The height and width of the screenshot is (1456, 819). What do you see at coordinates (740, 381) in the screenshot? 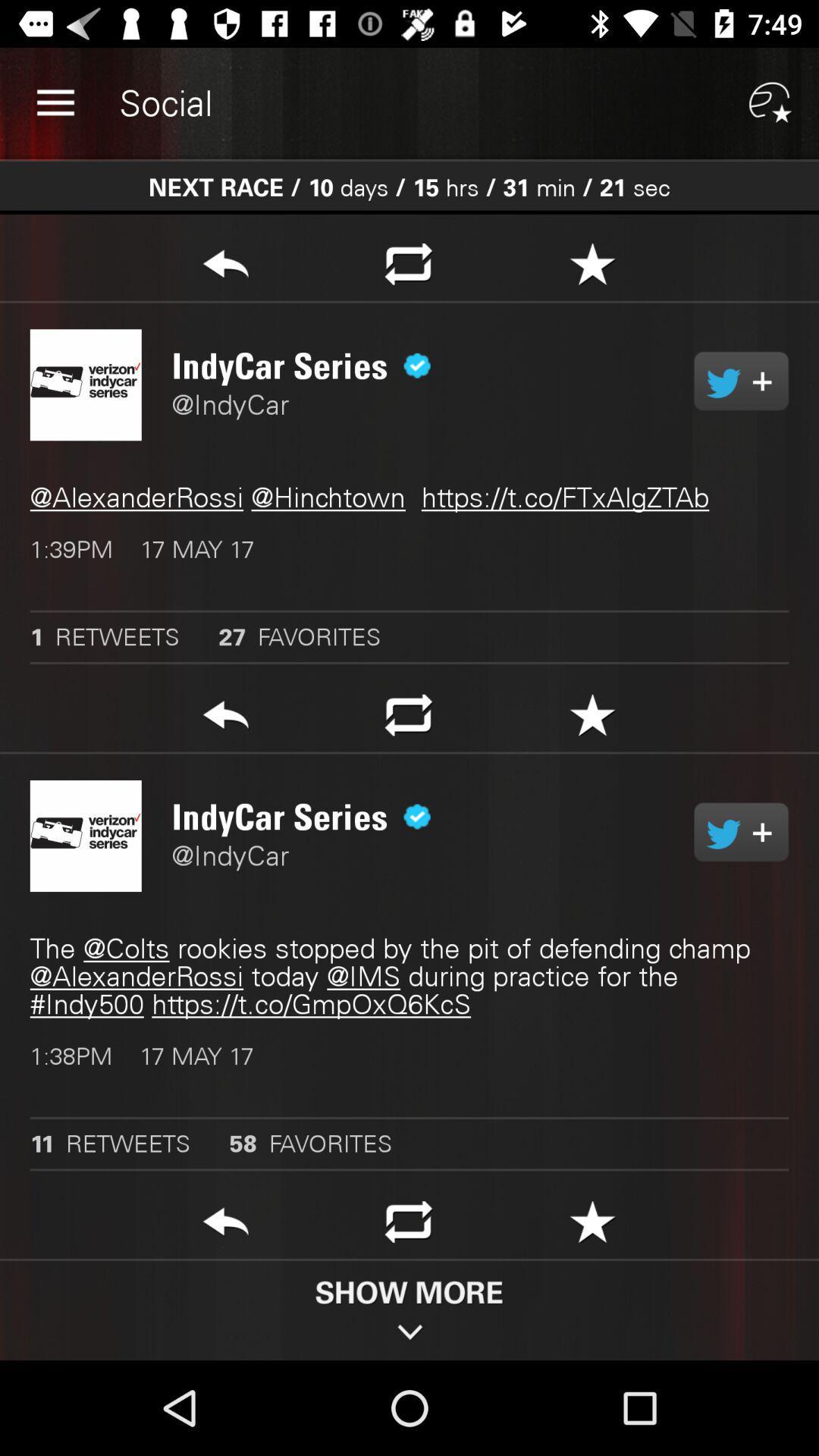
I see `retweet` at bounding box center [740, 381].